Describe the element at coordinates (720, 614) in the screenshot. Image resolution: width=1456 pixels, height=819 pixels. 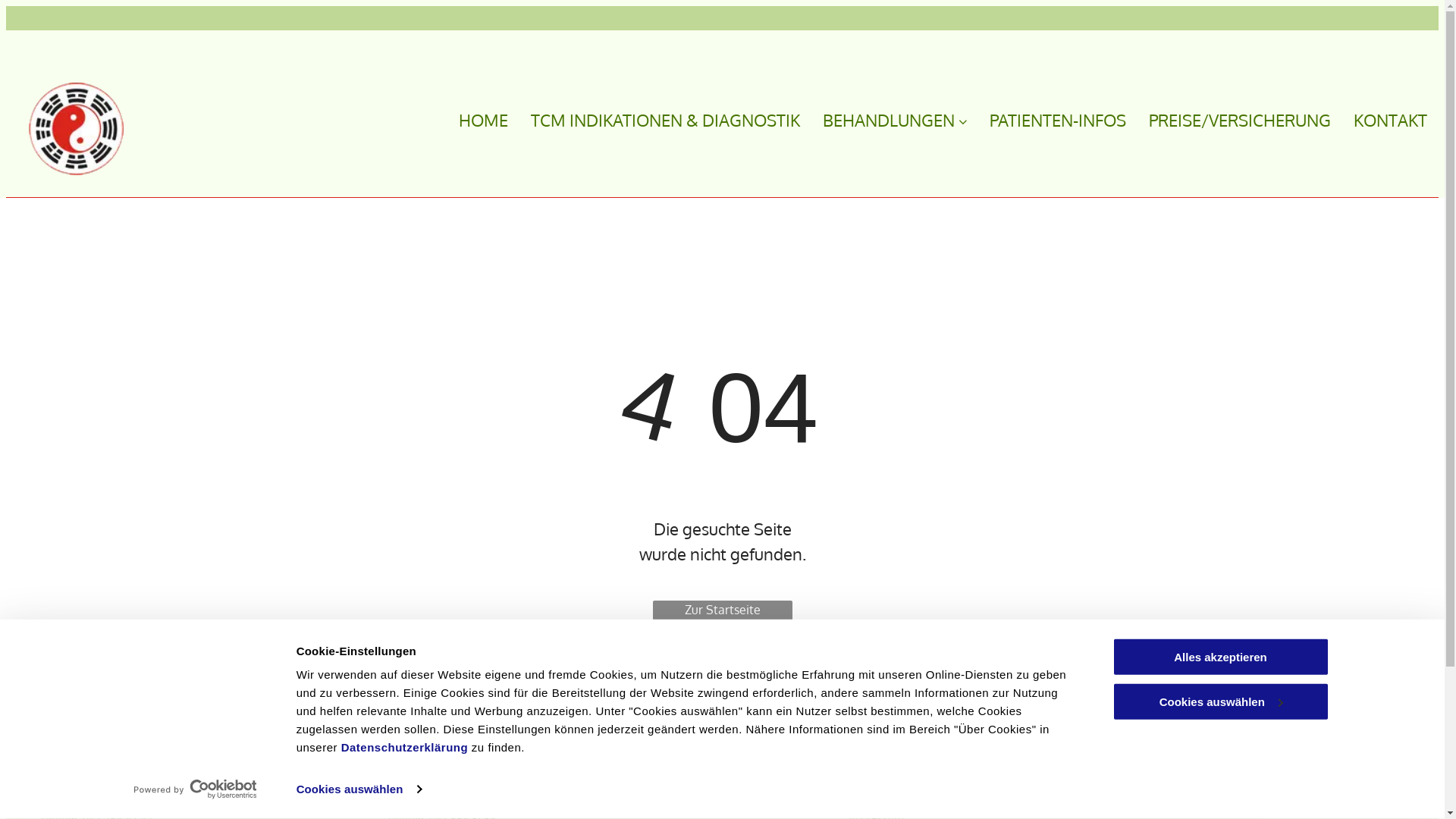
I see `'Zur Startseite'` at that location.